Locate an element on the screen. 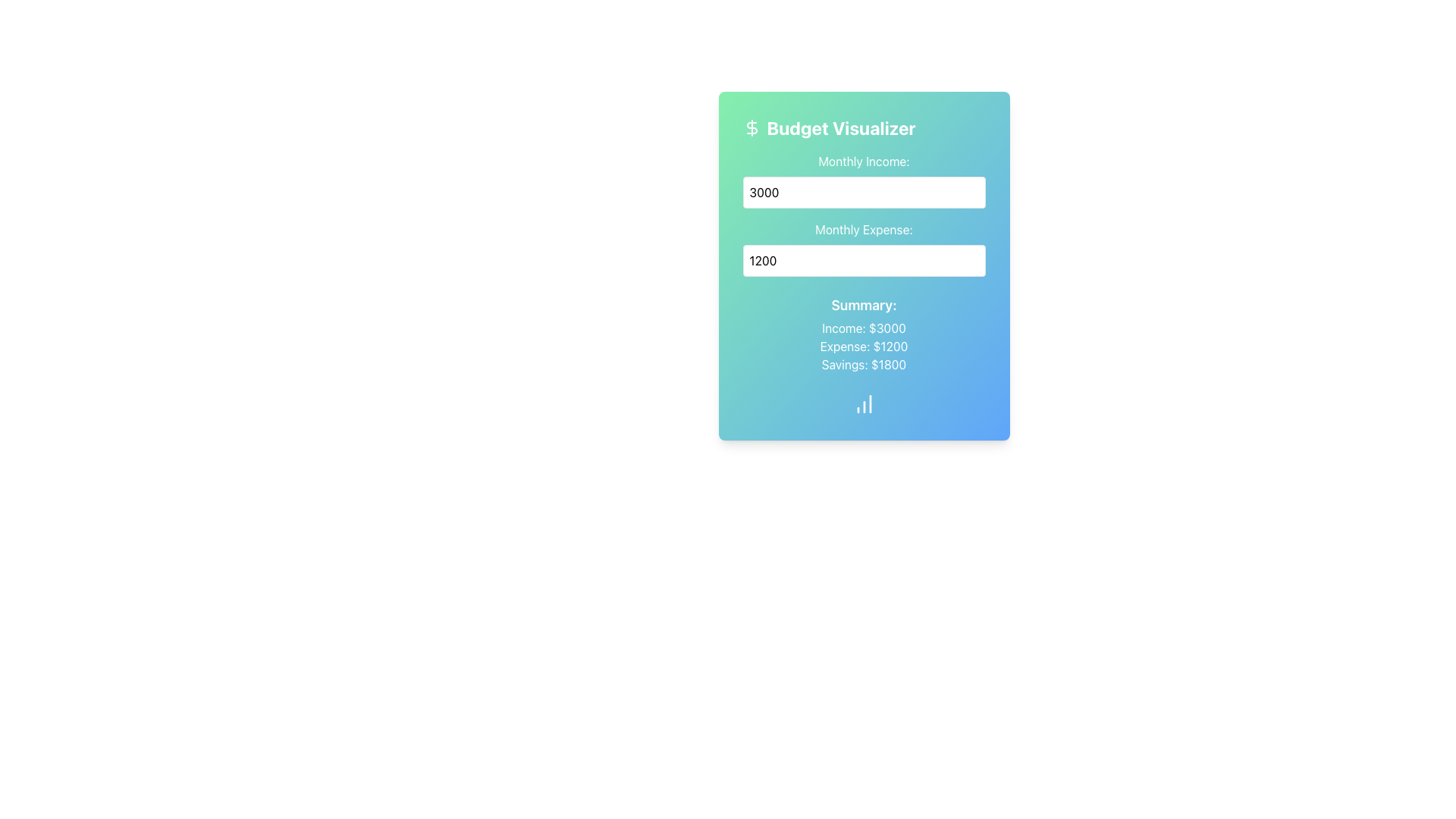 Image resolution: width=1456 pixels, height=819 pixels. the text displaying 'Savings: $1800', which is styled with a white sans-serif font and located in the summary section below 'Expense: $1200' is located at coordinates (864, 365).